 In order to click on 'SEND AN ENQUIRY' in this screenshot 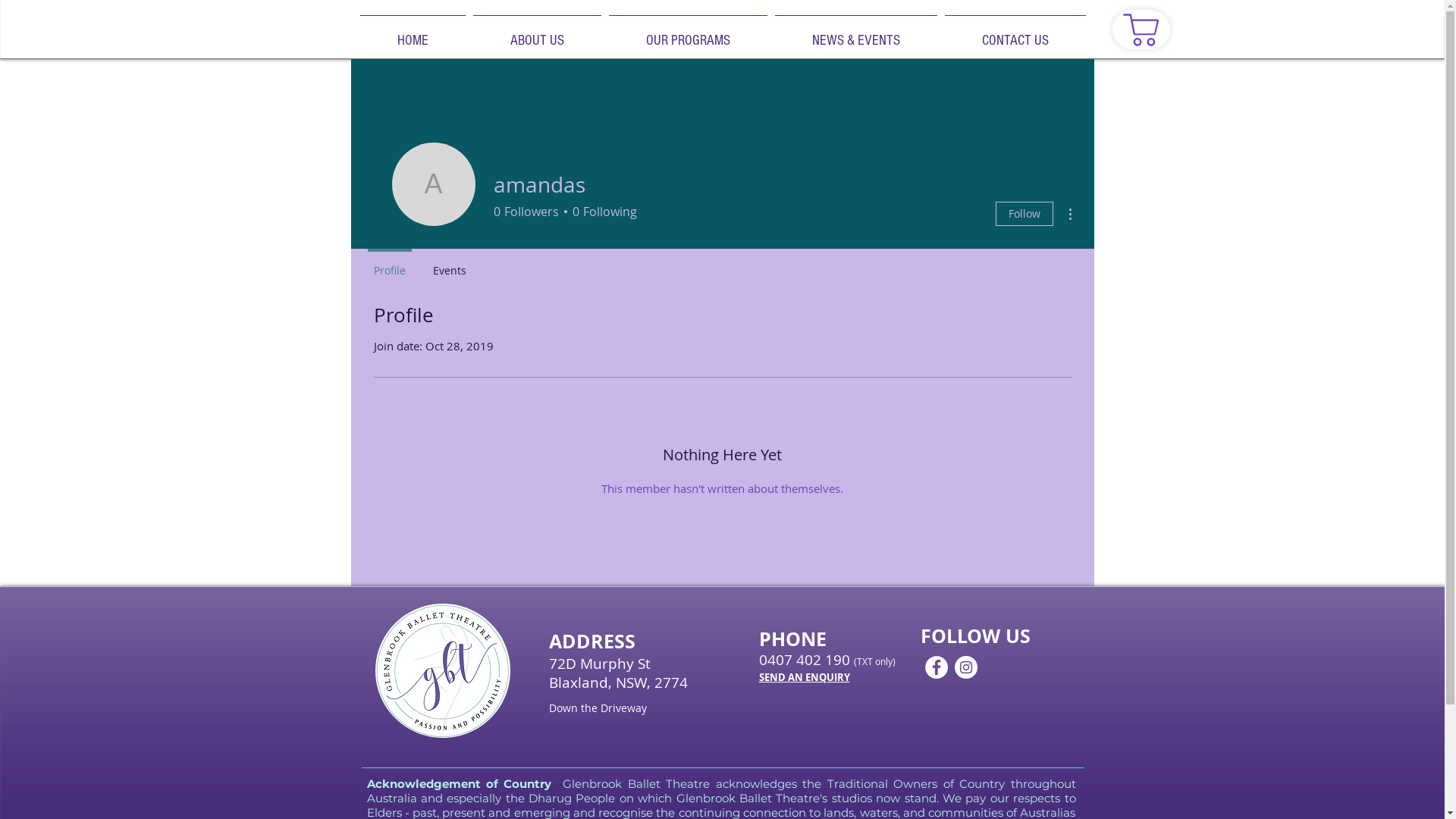, I will do `click(758, 676)`.